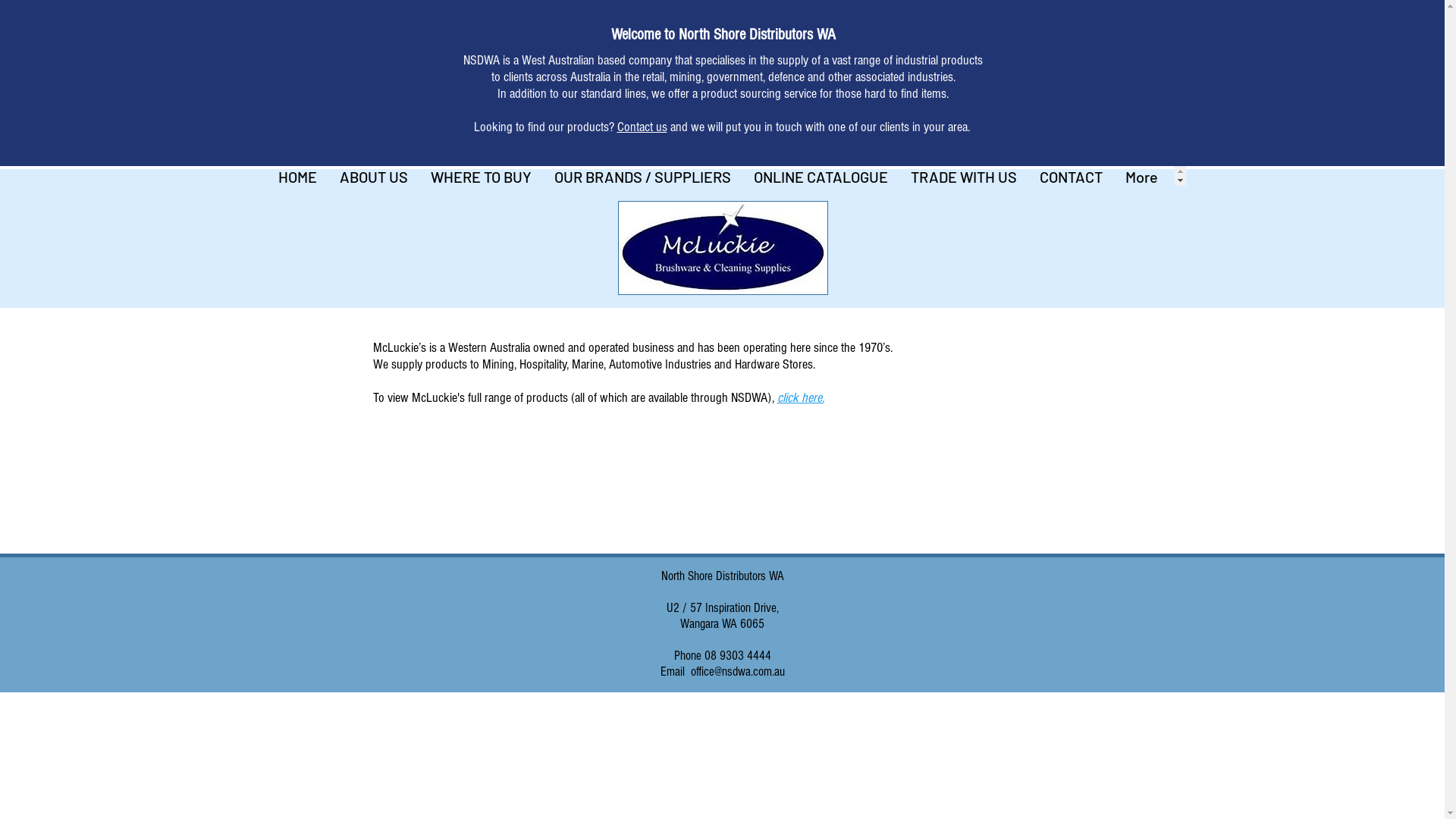  What do you see at coordinates (297, 174) in the screenshot?
I see `'HOME'` at bounding box center [297, 174].